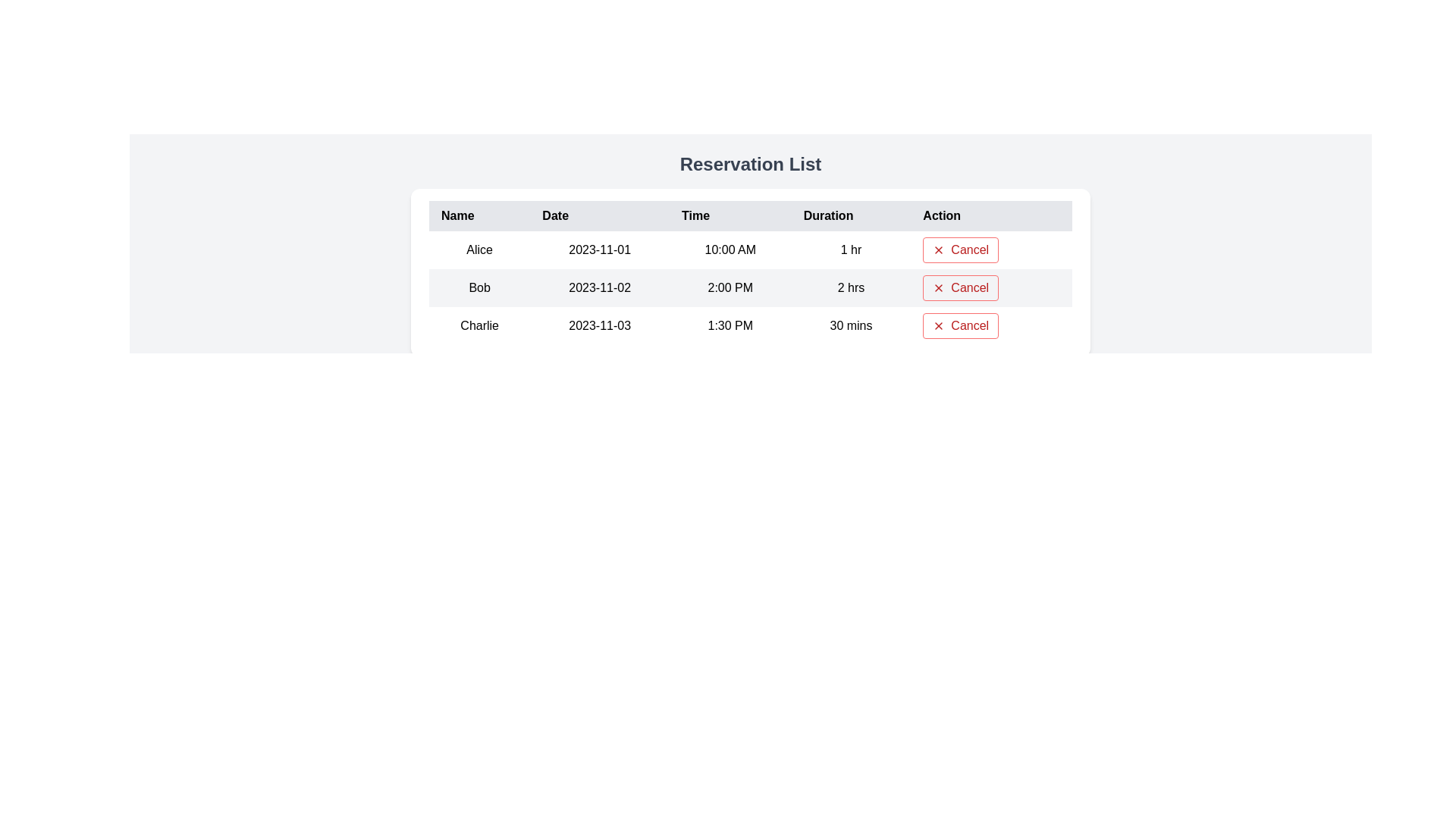 This screenshot has height=819, width=1456. Describe the element at coordinates (479, 288) in the screenshot. I see `the Text label in the second row of the table under the column labeled 'Name', which represents the user's name associated with a reservation` at that location.